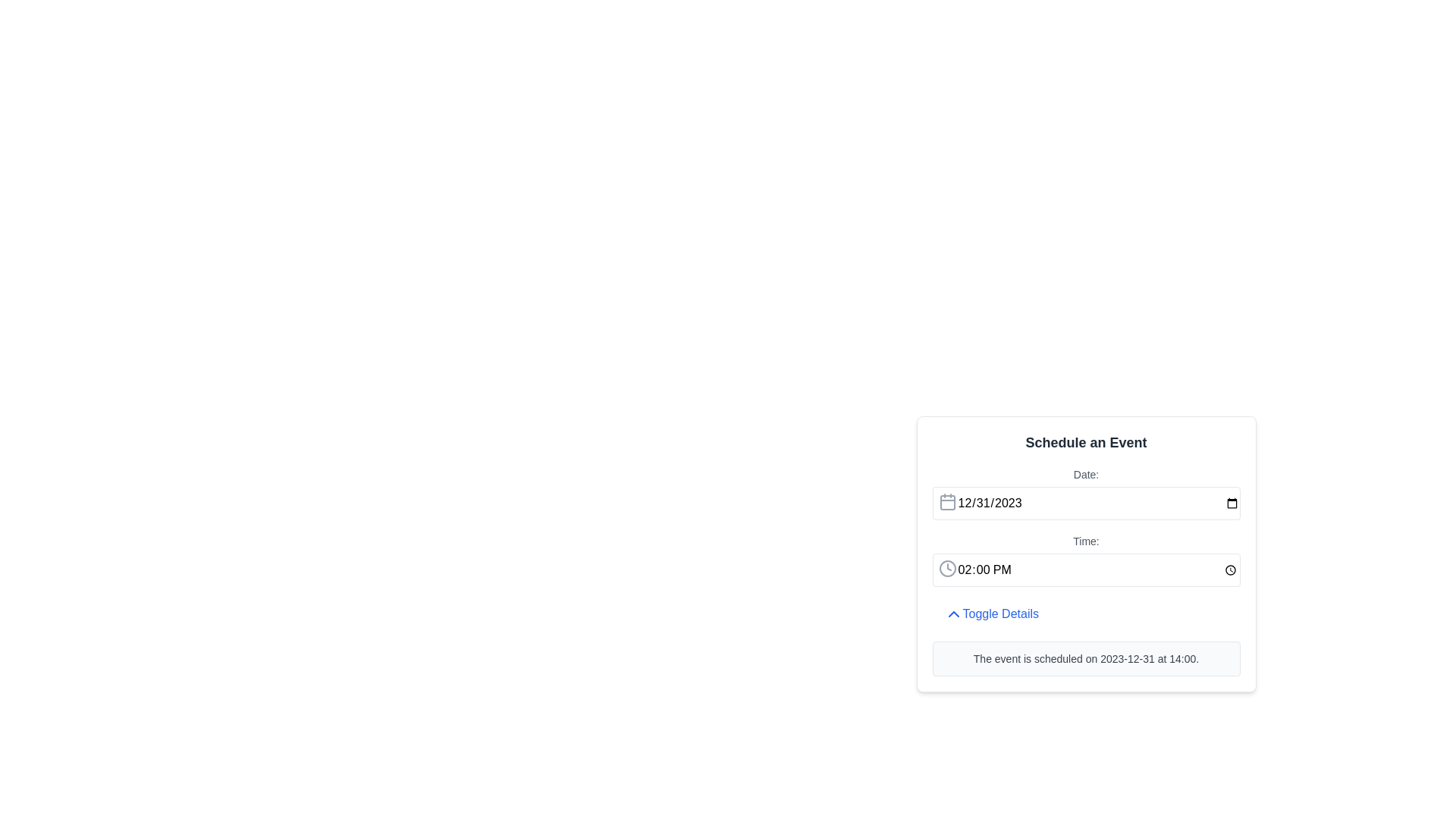 The width and height of the screenshot is (1456, 819). Describe the element at coordinates (1085, 559) in the screenshot. I see `the time input field labeled 'Time:' within the 'Schedule an Event' form to type or edit the time` at that location.